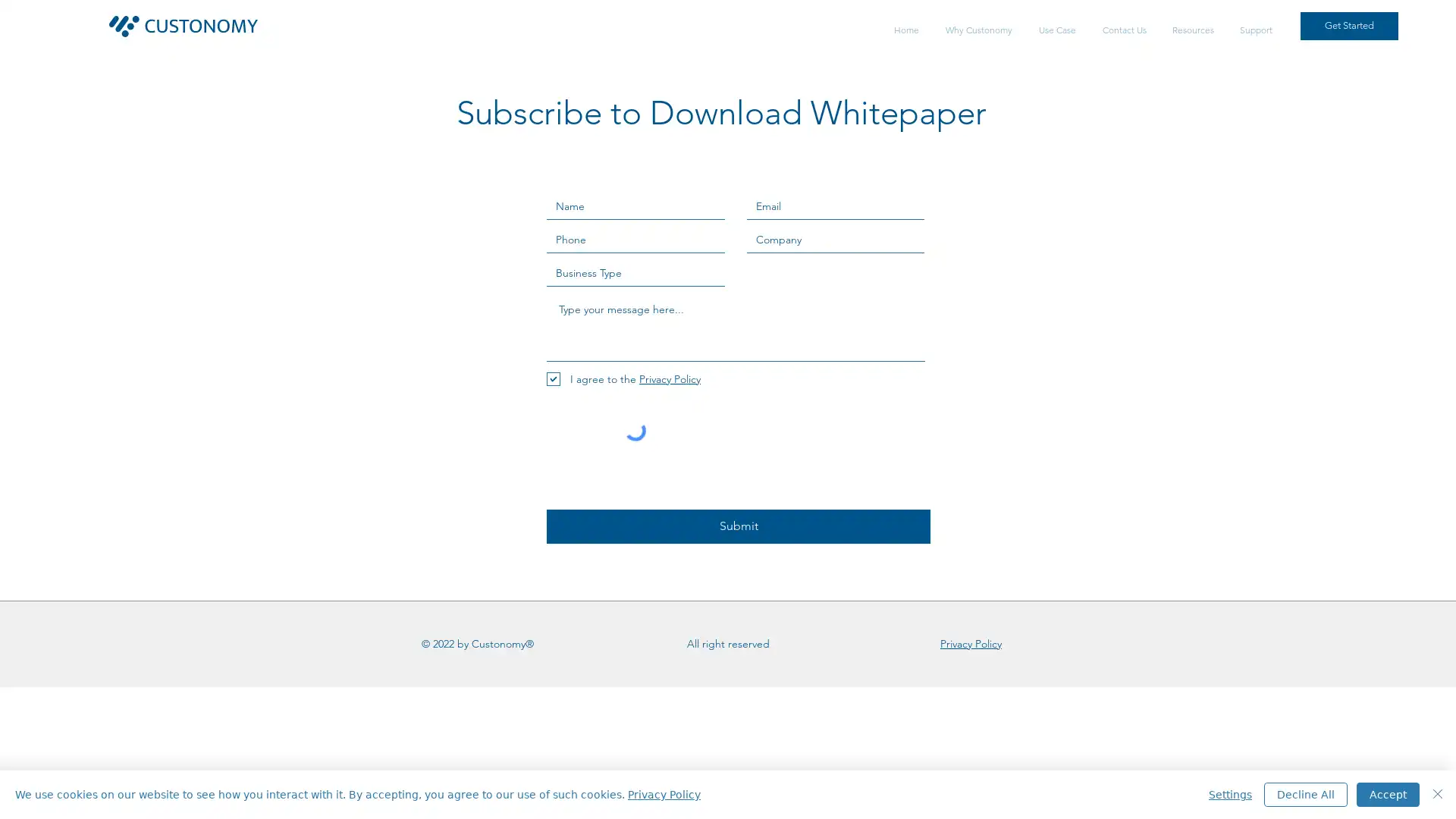 Image resolution: width=1456 pixels, height=819 pixels. I want to click on Decline All, so click(1305, 794).